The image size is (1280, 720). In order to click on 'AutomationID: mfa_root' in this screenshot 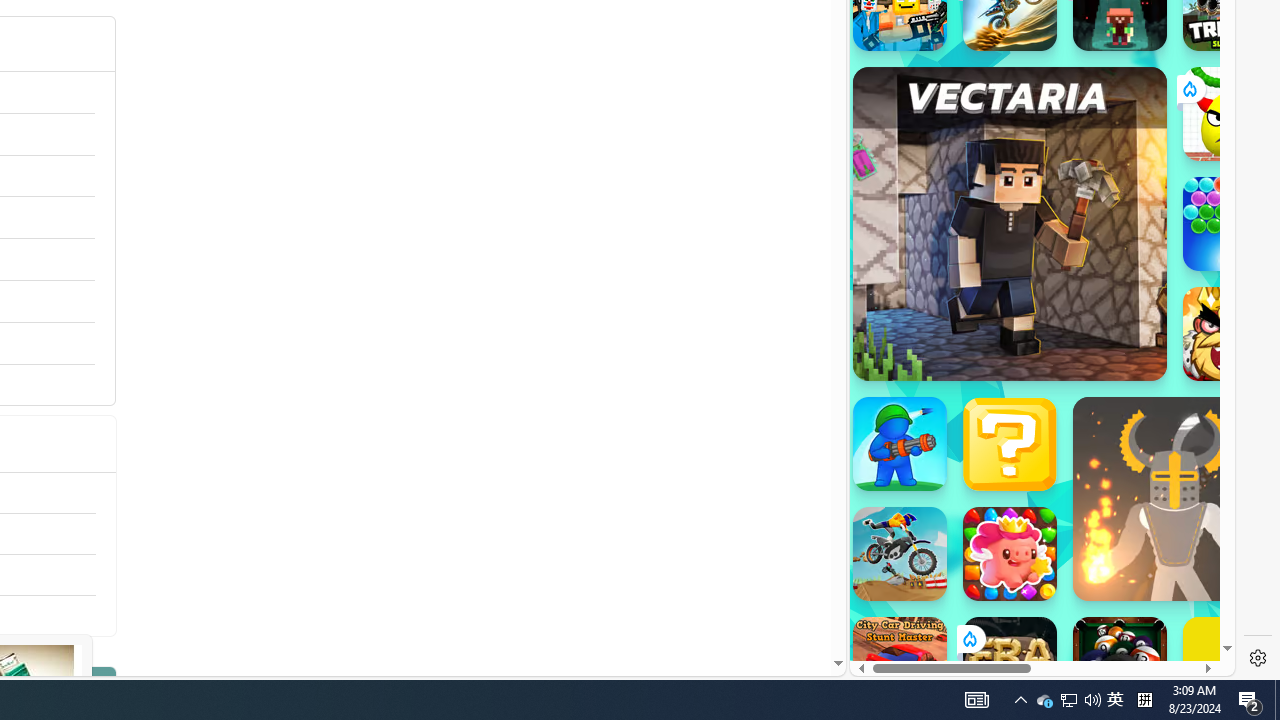, I will do `click(761, 602)`.